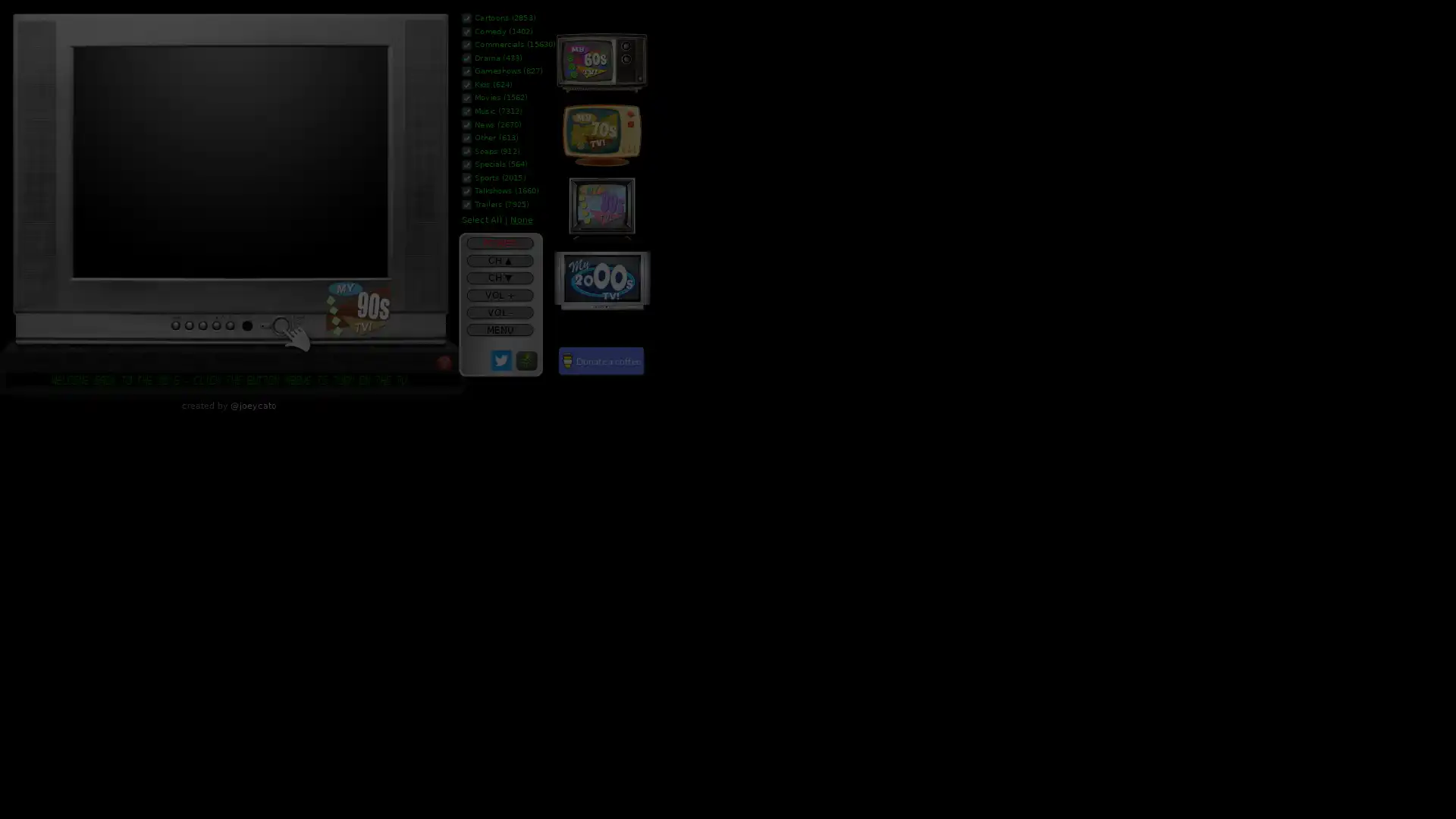 The image size is (1456, 819). I want to click on VOL -, so click(499, 312).